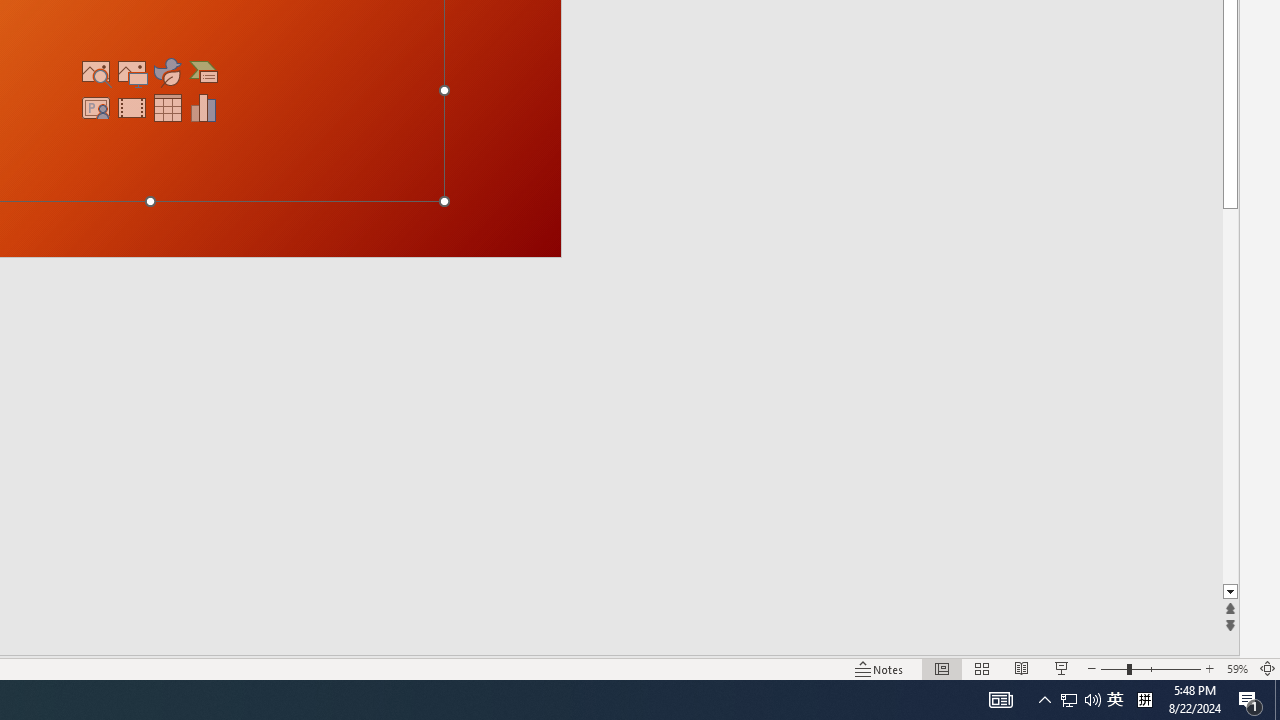  I want to click on 'Insert Cameo', so click(95, 108).